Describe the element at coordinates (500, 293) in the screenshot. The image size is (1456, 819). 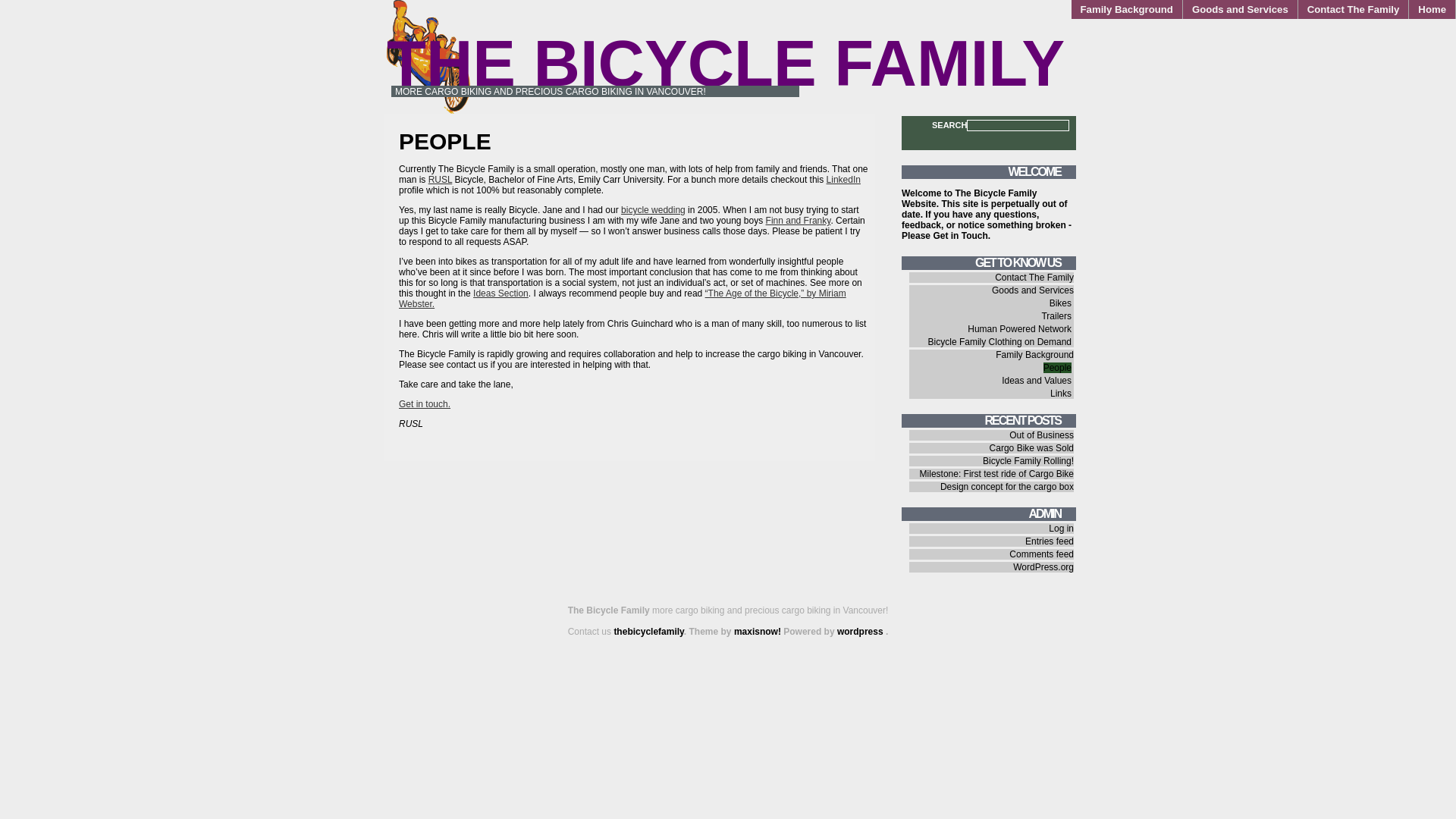
I see `'Ideas Section'` at that location.